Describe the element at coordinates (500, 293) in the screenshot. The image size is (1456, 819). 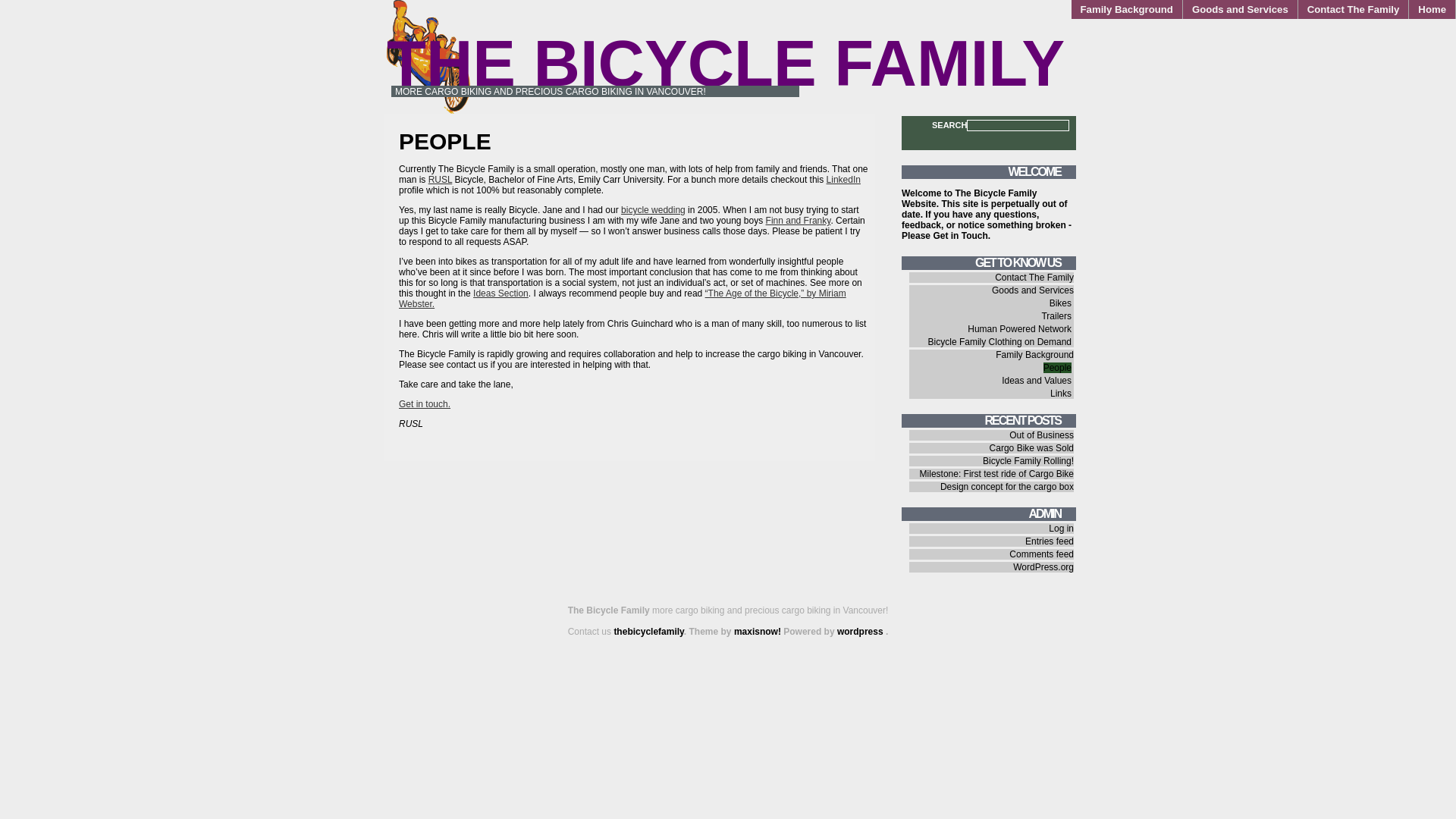
I see `'Ideas Section'` at that location.